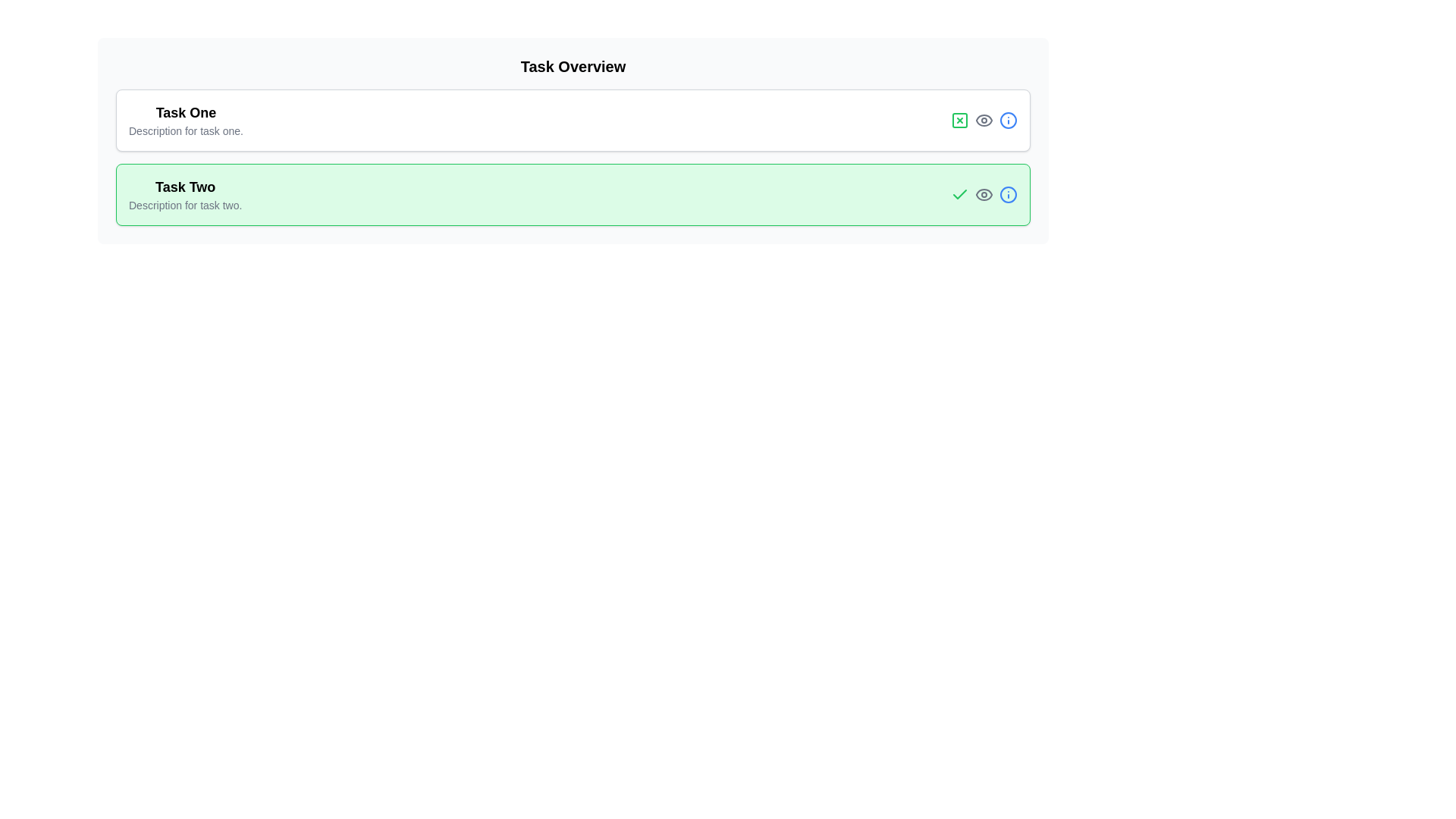  I want to click on 'Task Overview' text header, which is a bold, black-colored title located at the top of the interface, above 'Task One' and 'Task Two', so click(572, 66).